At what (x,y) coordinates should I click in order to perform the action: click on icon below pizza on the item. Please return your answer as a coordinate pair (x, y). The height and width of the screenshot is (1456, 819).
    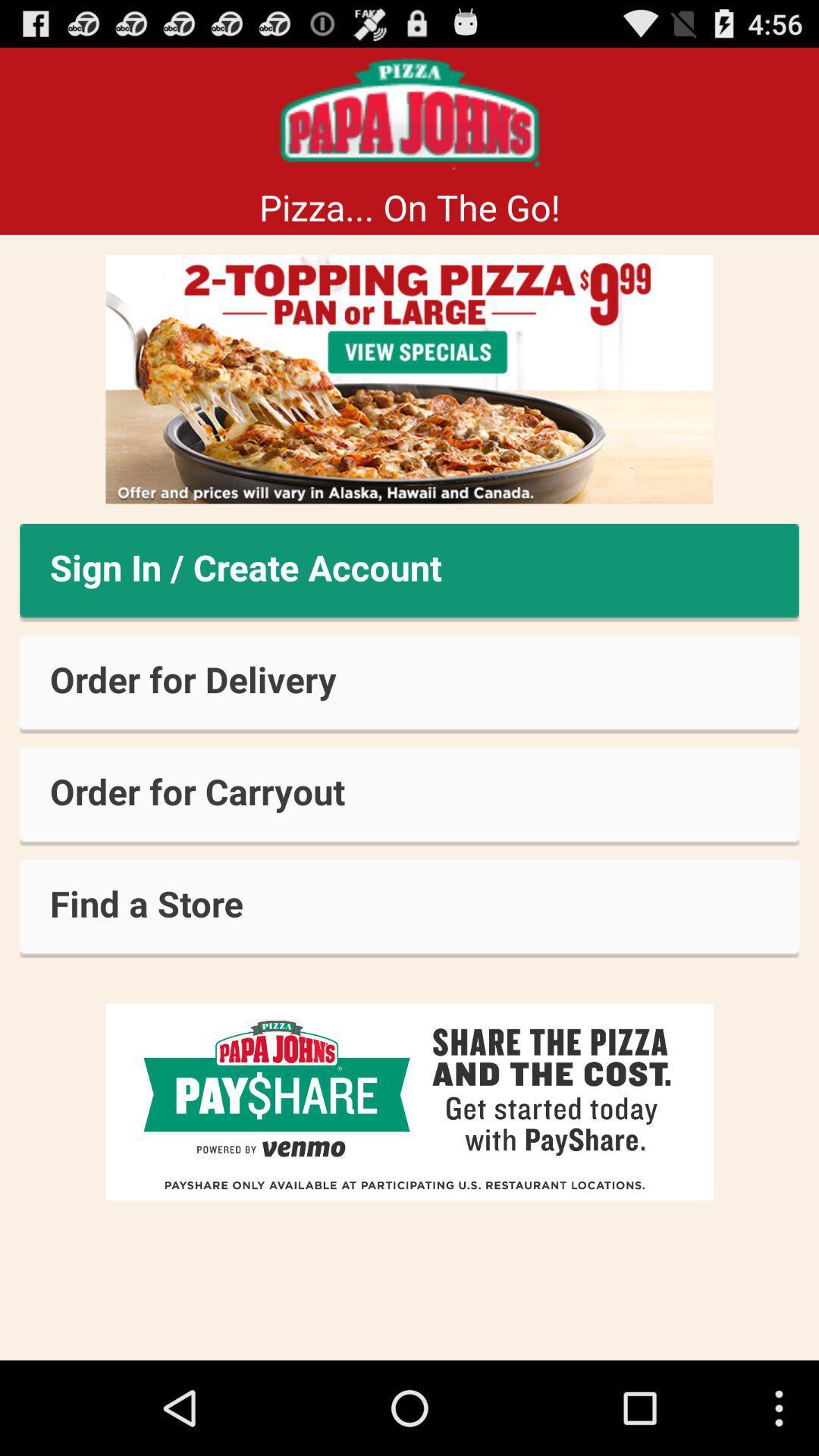
    Looking at the image, I should click on (409, 379).